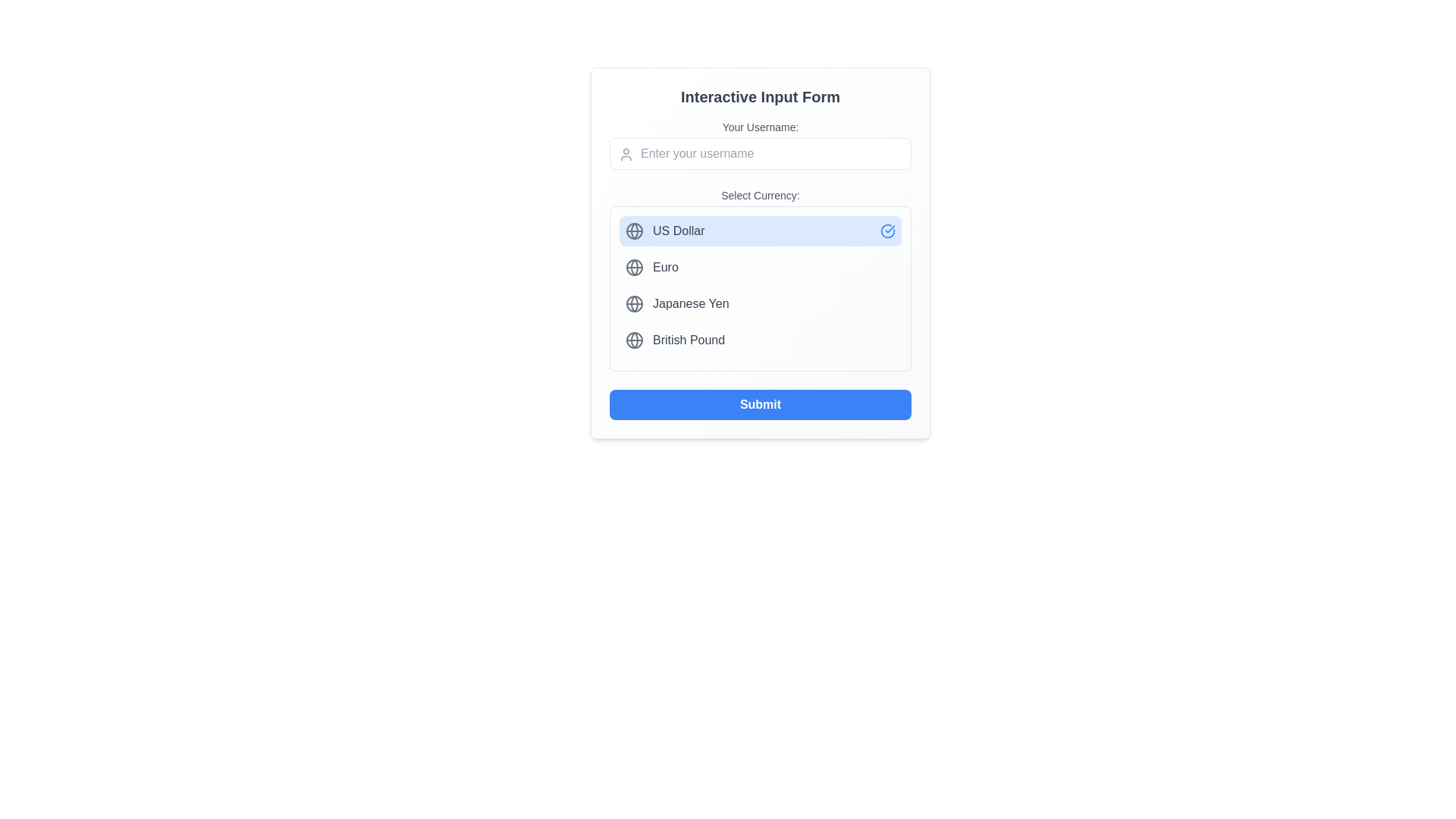  Describe the element at coordinates (665, 267) in the screenshot. I see `the 'Euro' text label styled in medium-weight gray font located to the right of a globe icon in the dropdown menu under 'Select Currency'` at that location.